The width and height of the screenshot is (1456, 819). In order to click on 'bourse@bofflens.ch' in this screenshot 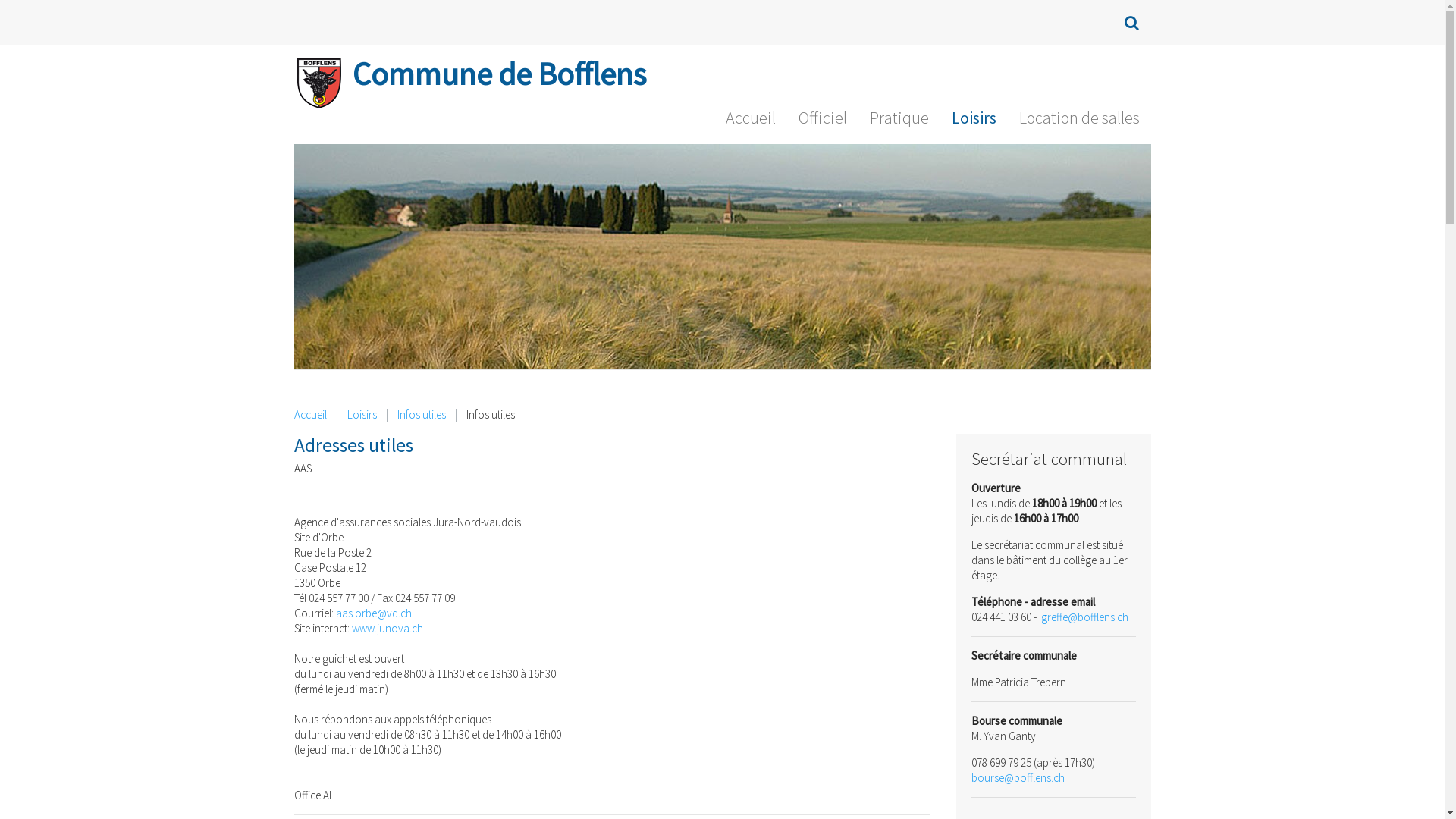, I will do `click(1018, 777)`.